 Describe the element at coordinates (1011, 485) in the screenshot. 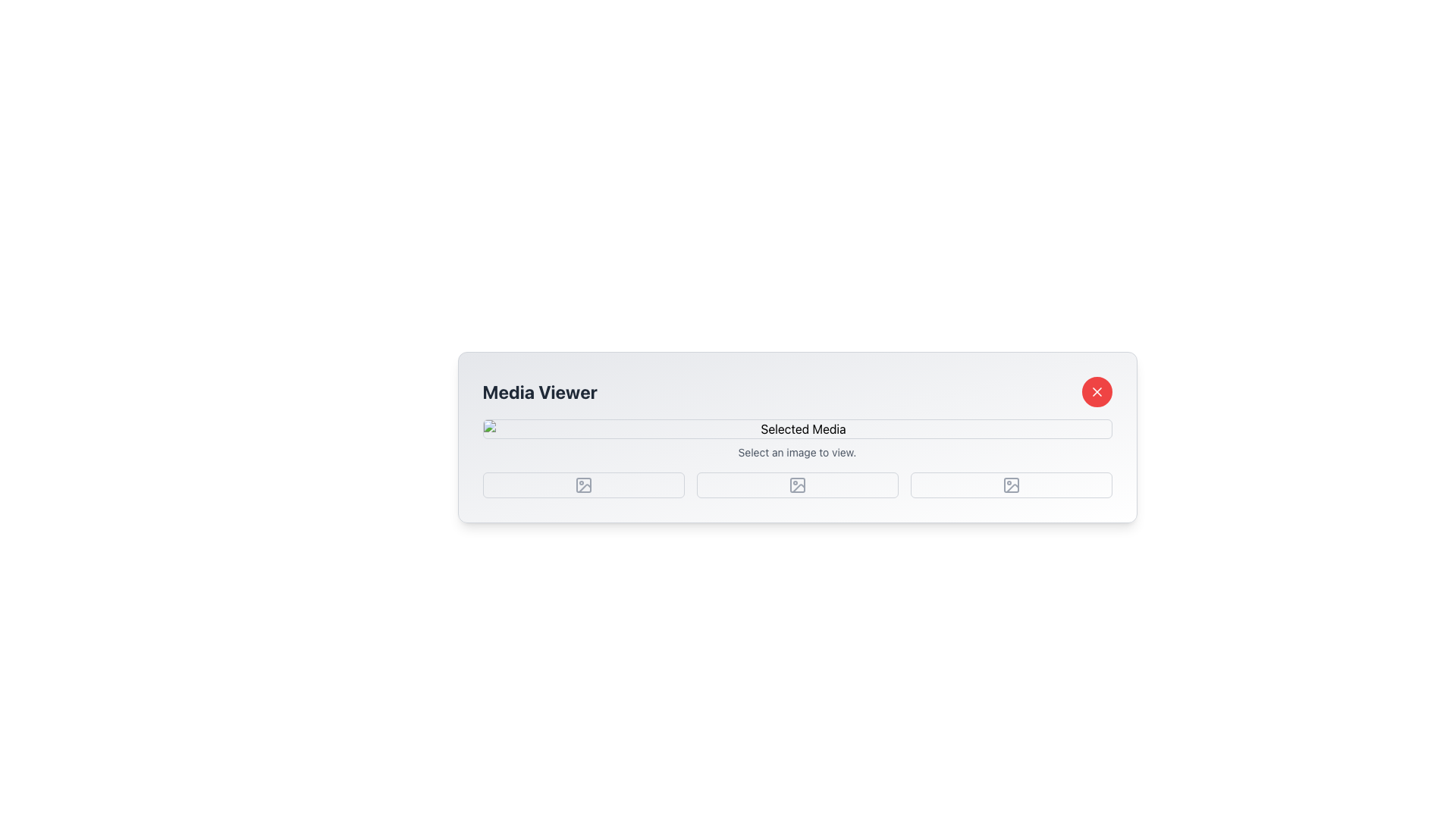

I see `the interactive button in the footer section of the 'Media Viewer' module` at that location.